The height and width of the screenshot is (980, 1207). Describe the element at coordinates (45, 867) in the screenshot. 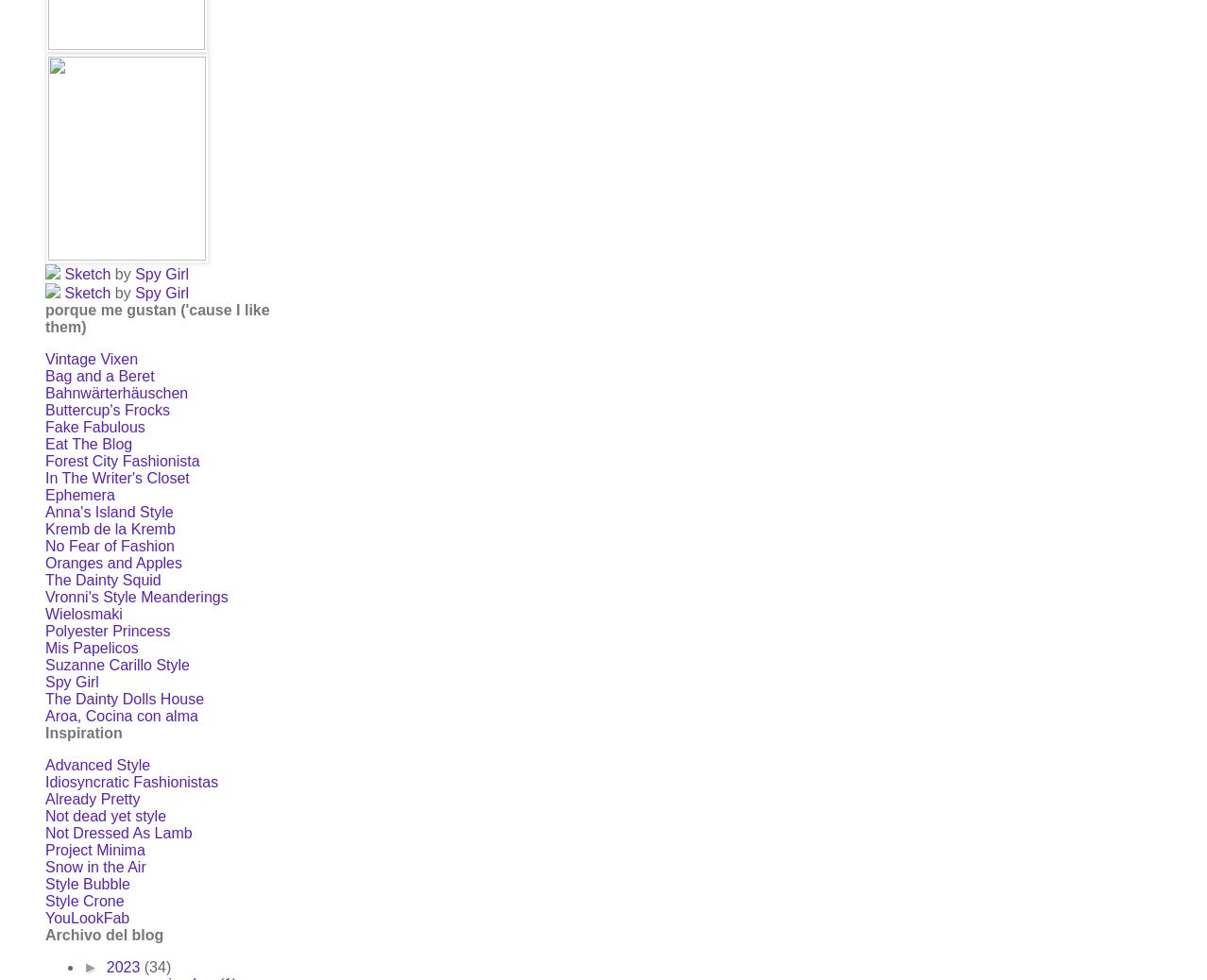

I see `'Snow in the Air'` at that location.